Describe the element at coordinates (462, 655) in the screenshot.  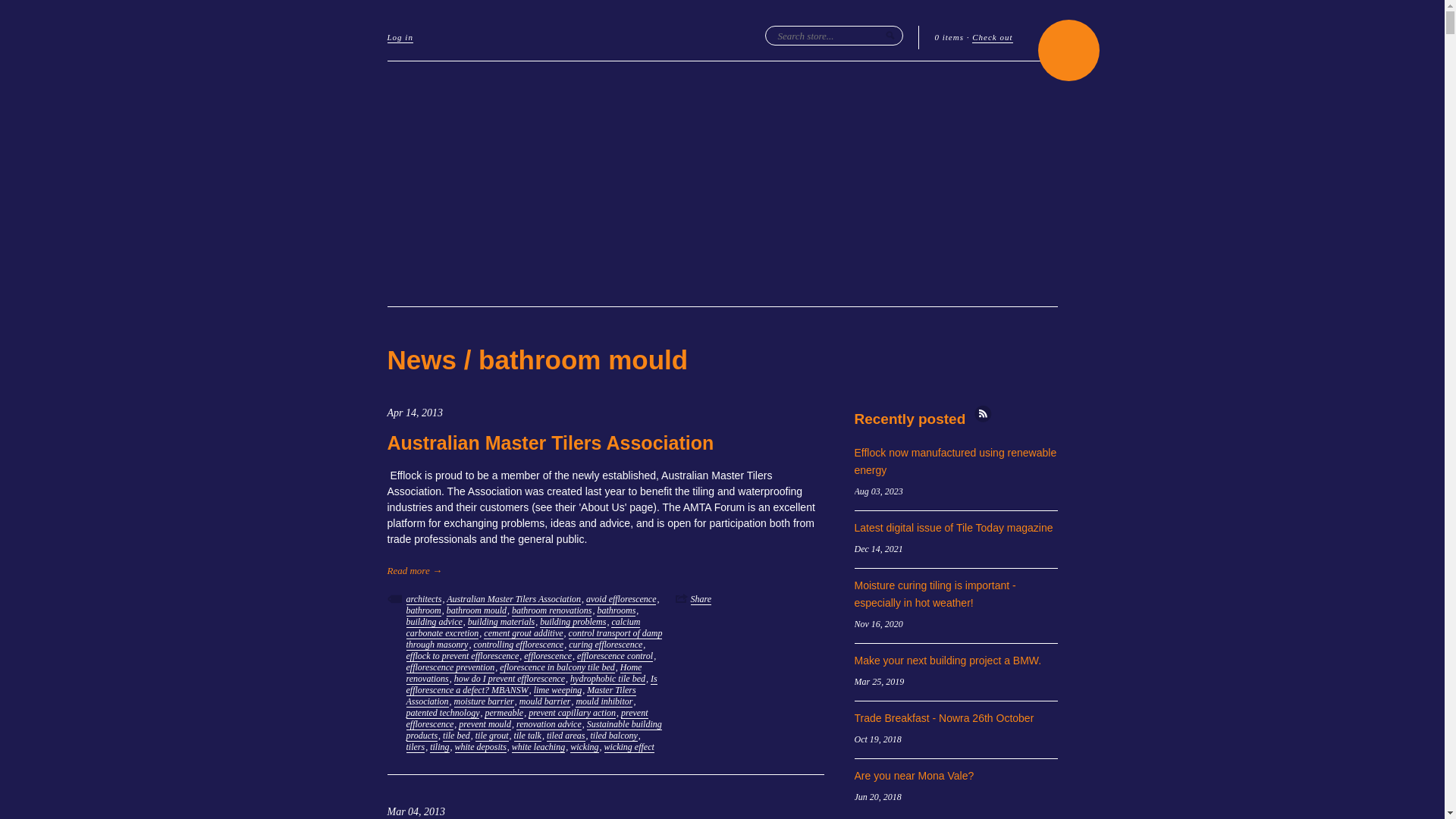
I see `'efflock to prevent efflorescence'` at that location.